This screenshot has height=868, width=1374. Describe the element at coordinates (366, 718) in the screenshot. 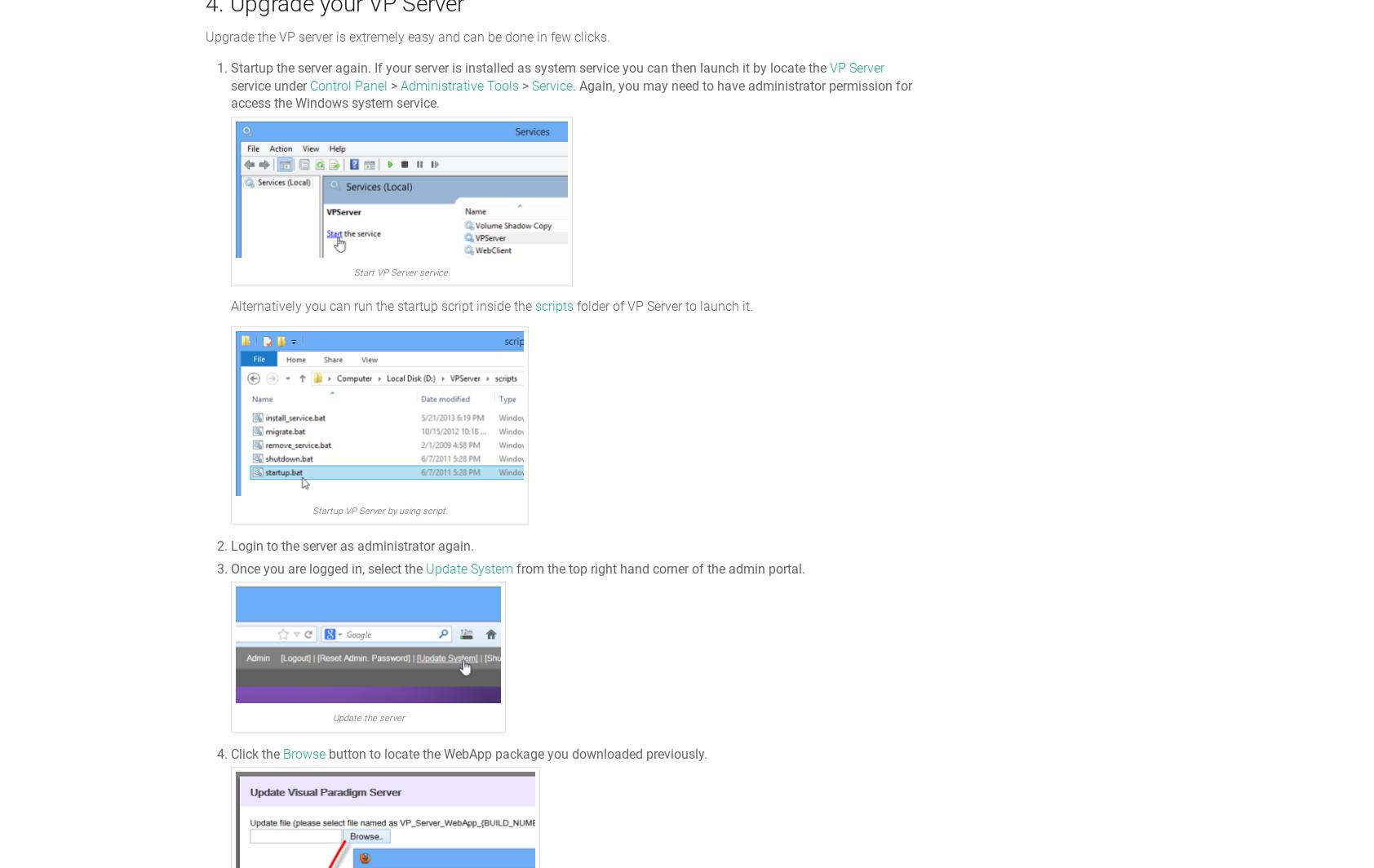

I see `'Update the server'` at that location.